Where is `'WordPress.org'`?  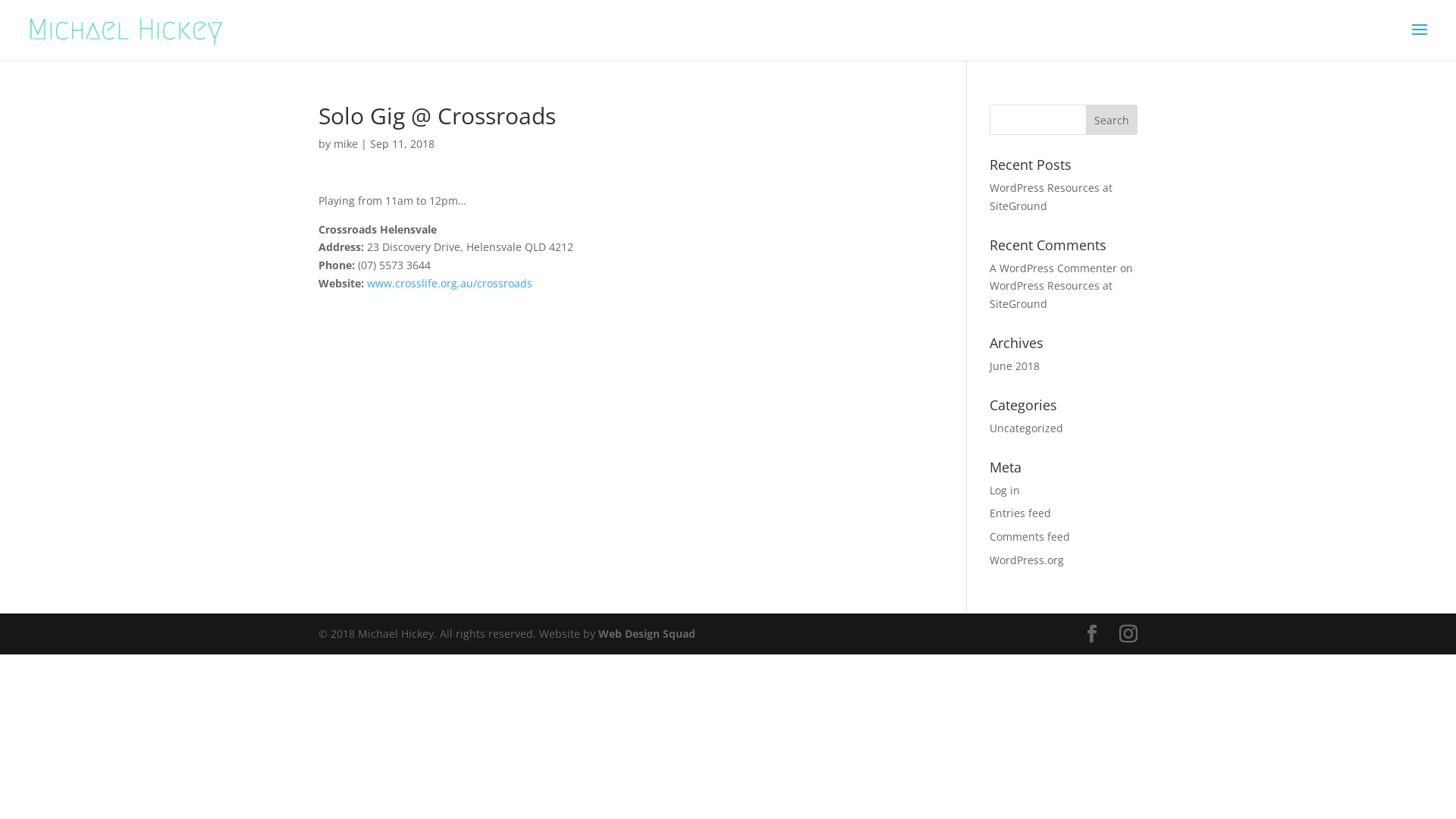 'WordPress.org' is located at coordinates (1026, 560).